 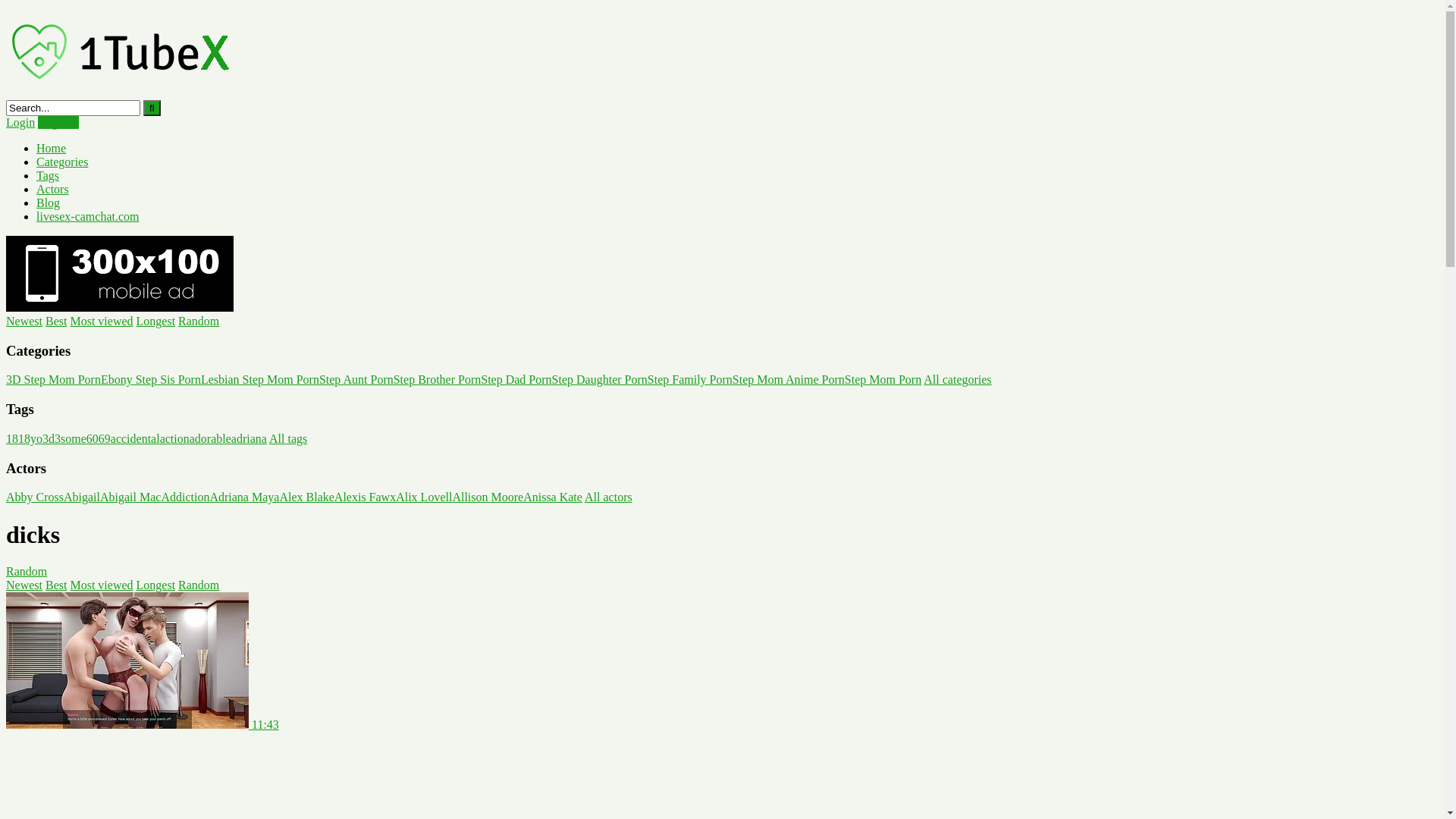 I want to click on 'Longest', so click(x=156, y=584).